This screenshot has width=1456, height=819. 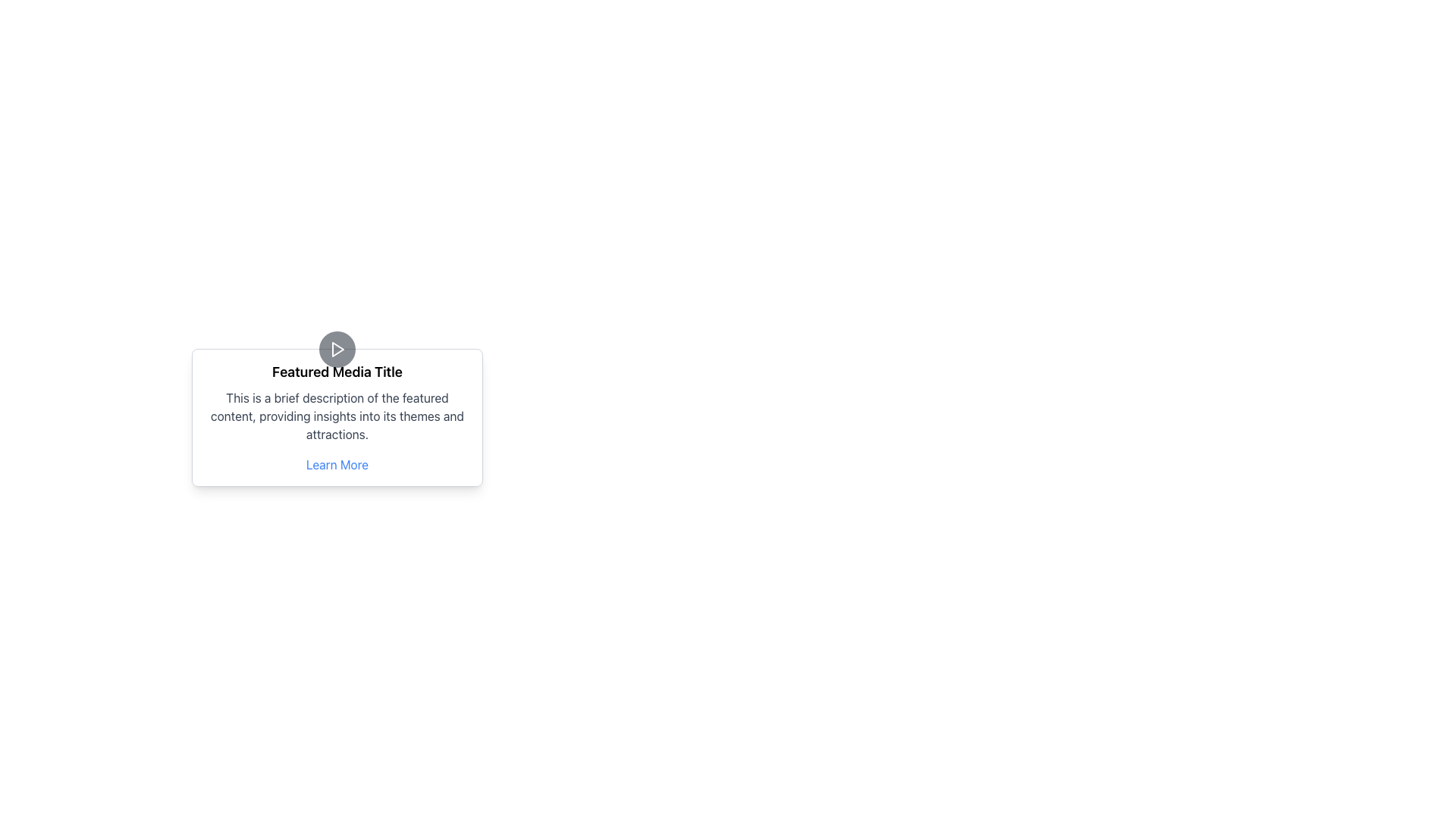 What do you see at coordinates (337, 350) in the screenshot?
I see `the SVG play button icon with a black outline, located at the center of a circular button on the card labeled 'Featured Media Title'` at bounding box center [337, 350].